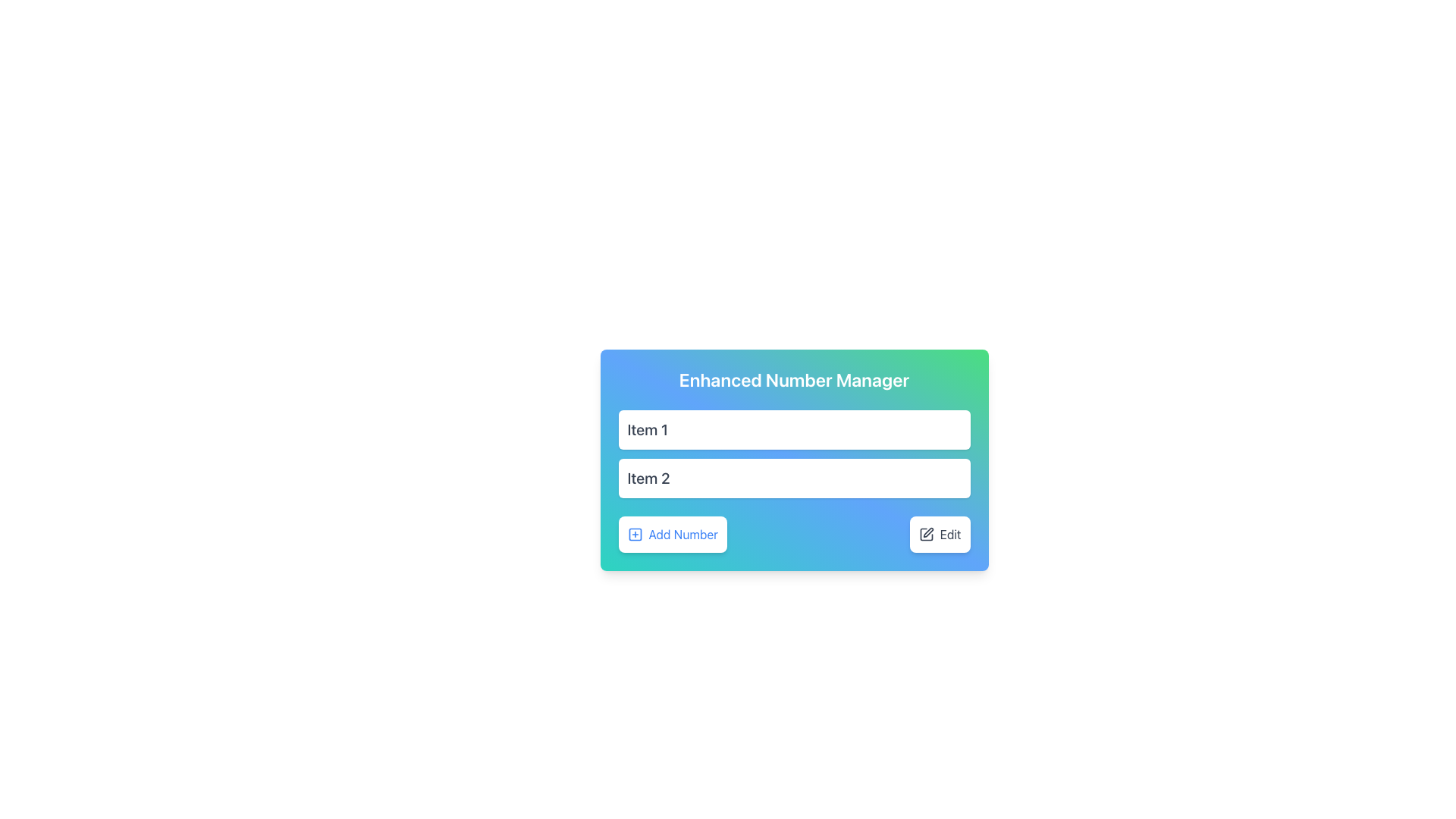 This screenshot has width=1456, height=819. I want to click on to select the list item labeled 'Item 2', which is the second item in a vertical list of selectable items, so click(793, 479).